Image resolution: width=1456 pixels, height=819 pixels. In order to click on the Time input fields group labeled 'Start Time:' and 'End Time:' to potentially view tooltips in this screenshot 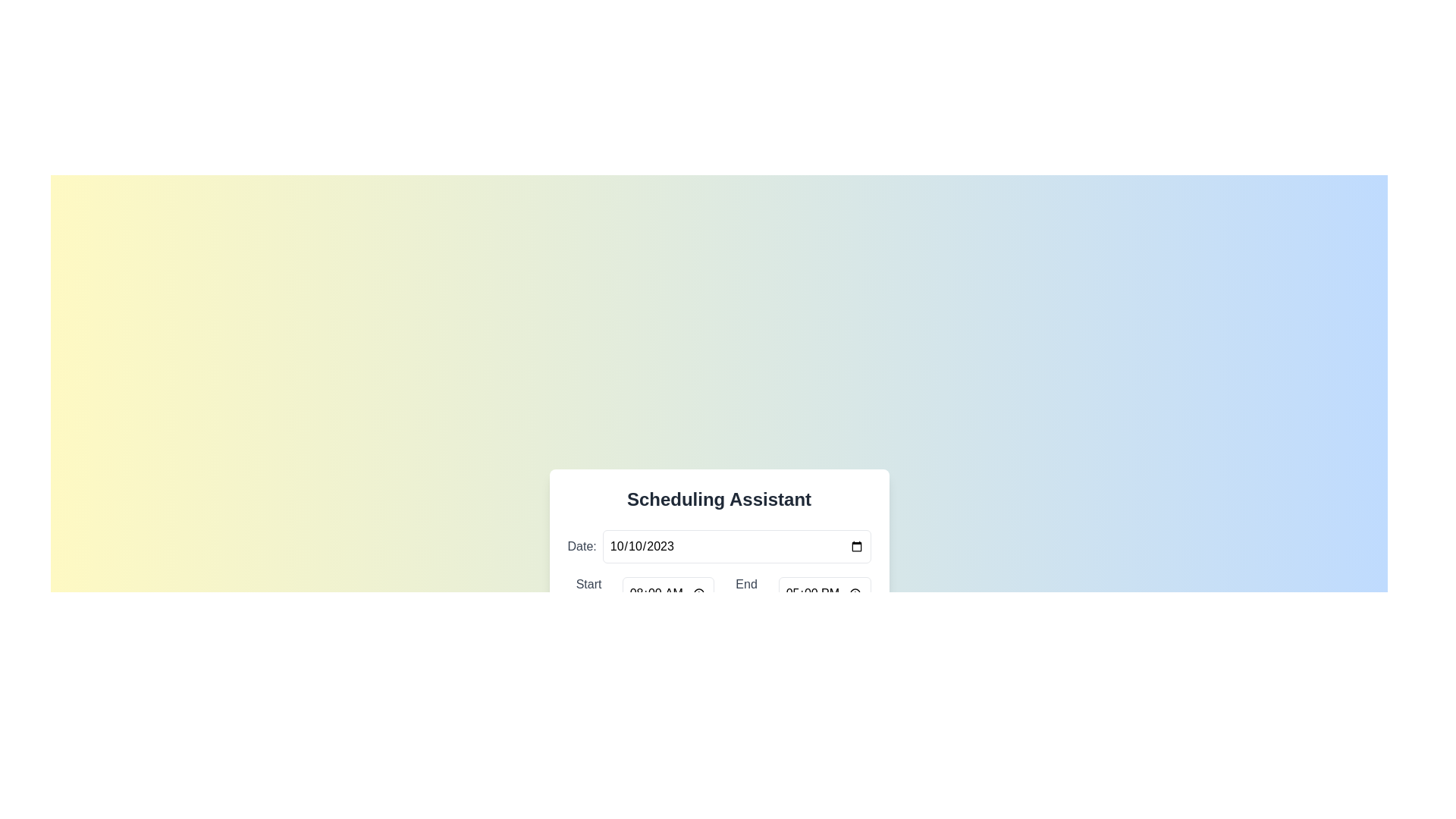, I will do `click(718, 593)`.